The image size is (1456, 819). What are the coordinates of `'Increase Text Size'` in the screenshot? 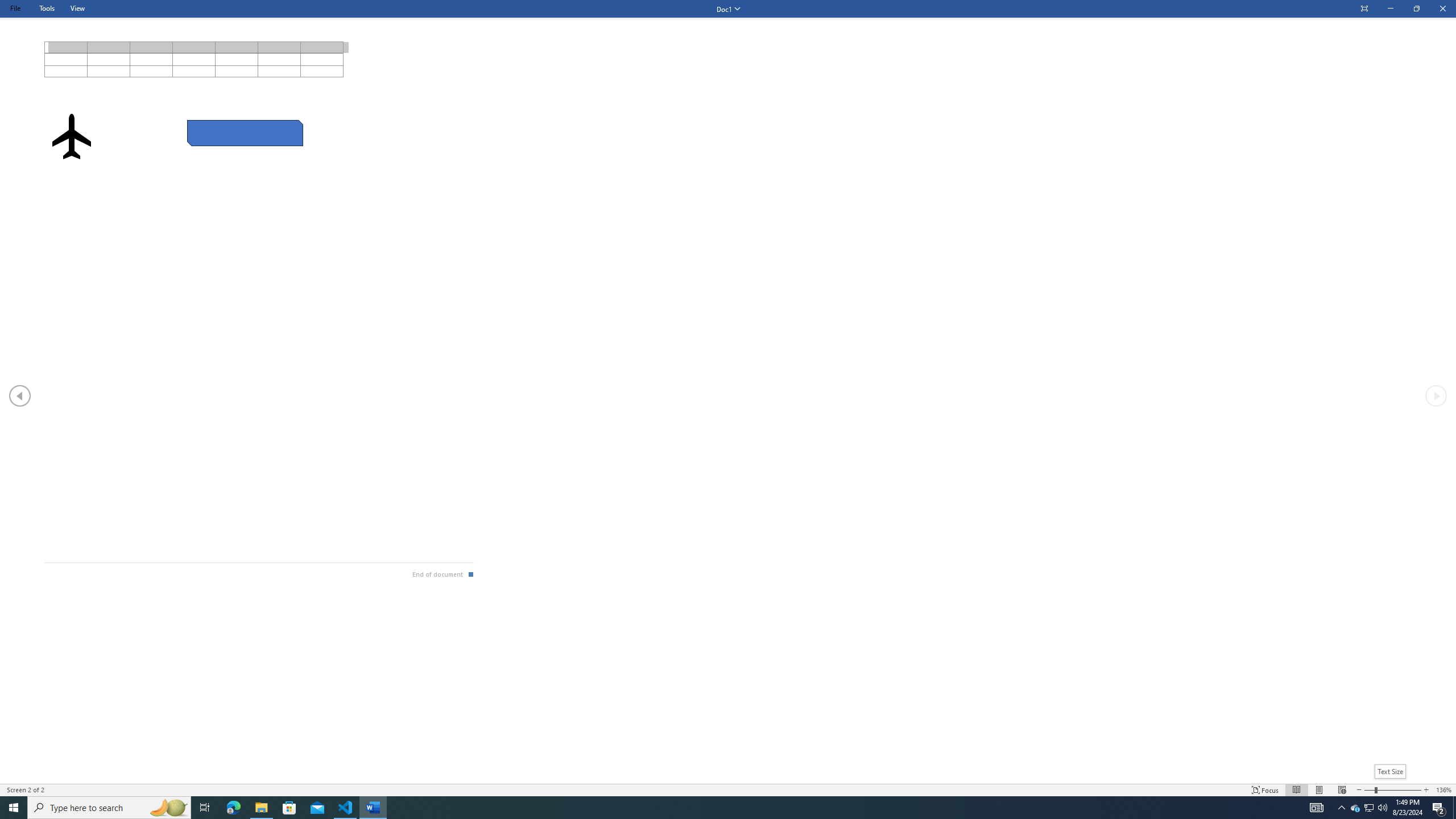 It's located at (1426, 790).